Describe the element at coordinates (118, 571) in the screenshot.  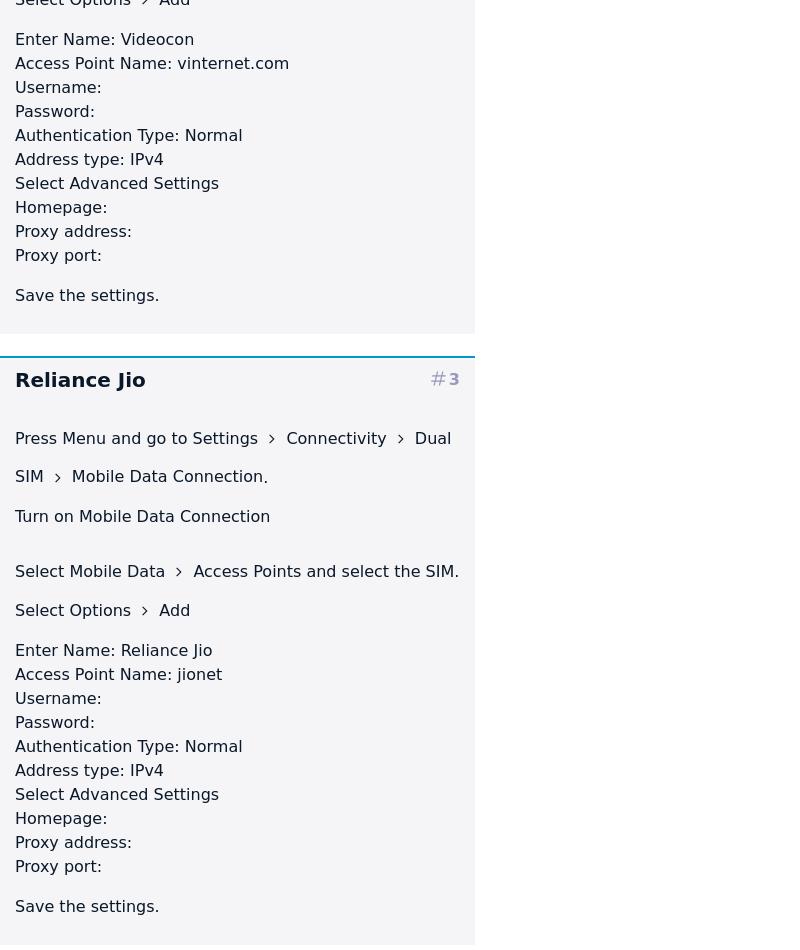
I see `'Mobile Data'` at that location.